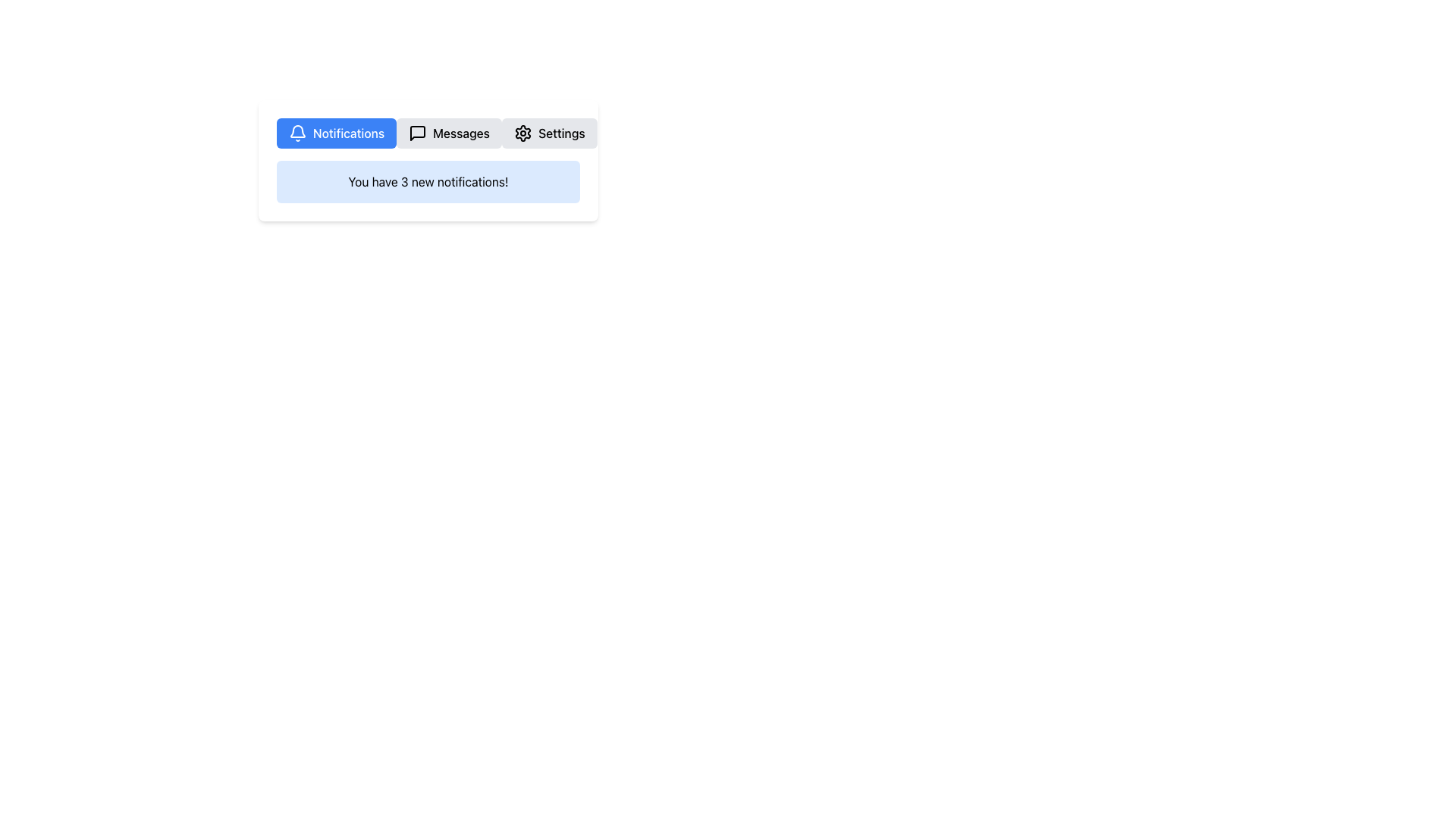 This screenshot has height=819, width=1456. Describe the element at coordinates (298, 133) in the screenshot. I see `the bell icon` at that location.